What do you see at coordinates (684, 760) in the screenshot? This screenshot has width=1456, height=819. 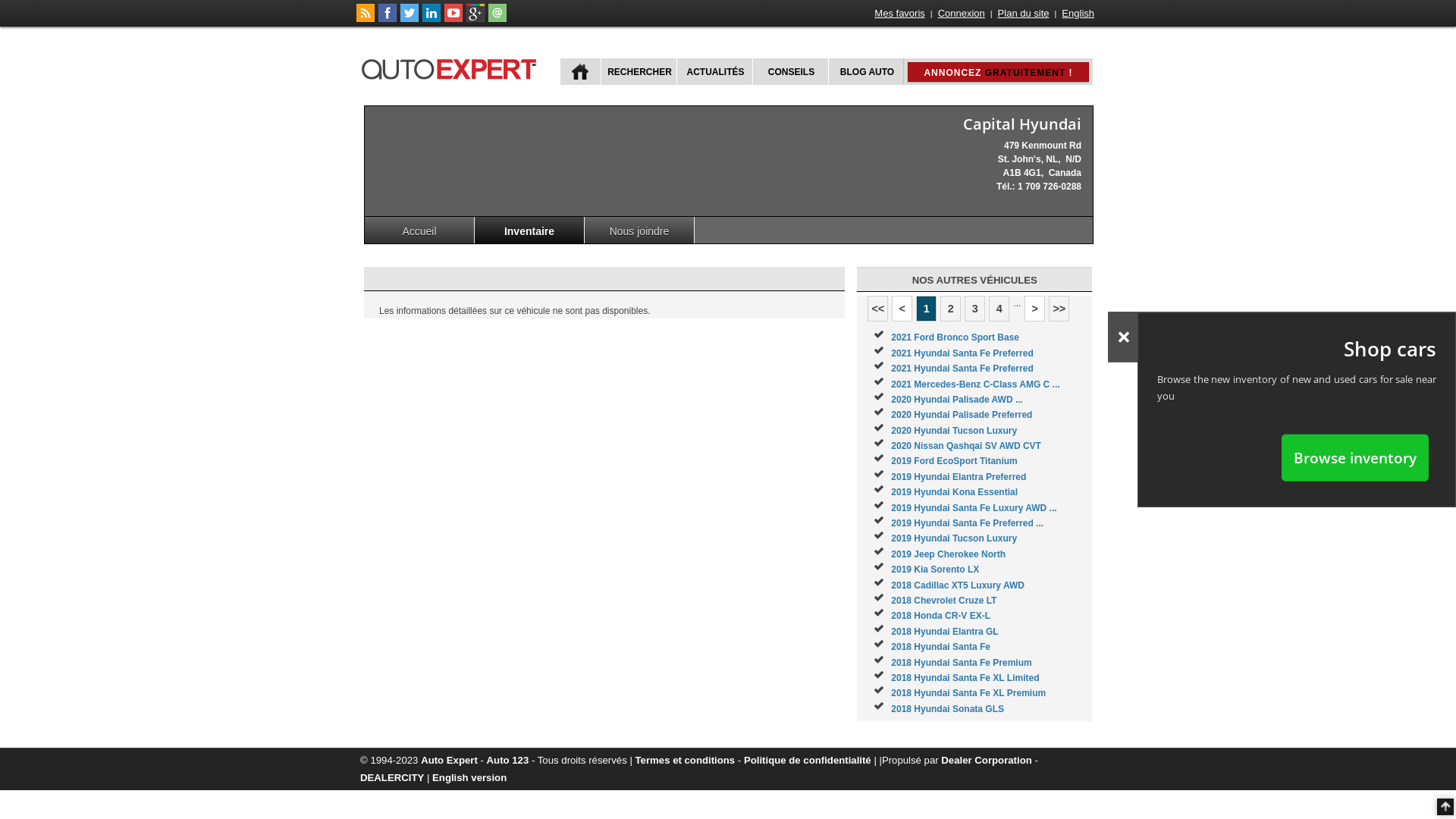 I see `'Termes et conditions'` at bounding box center [684, 760].